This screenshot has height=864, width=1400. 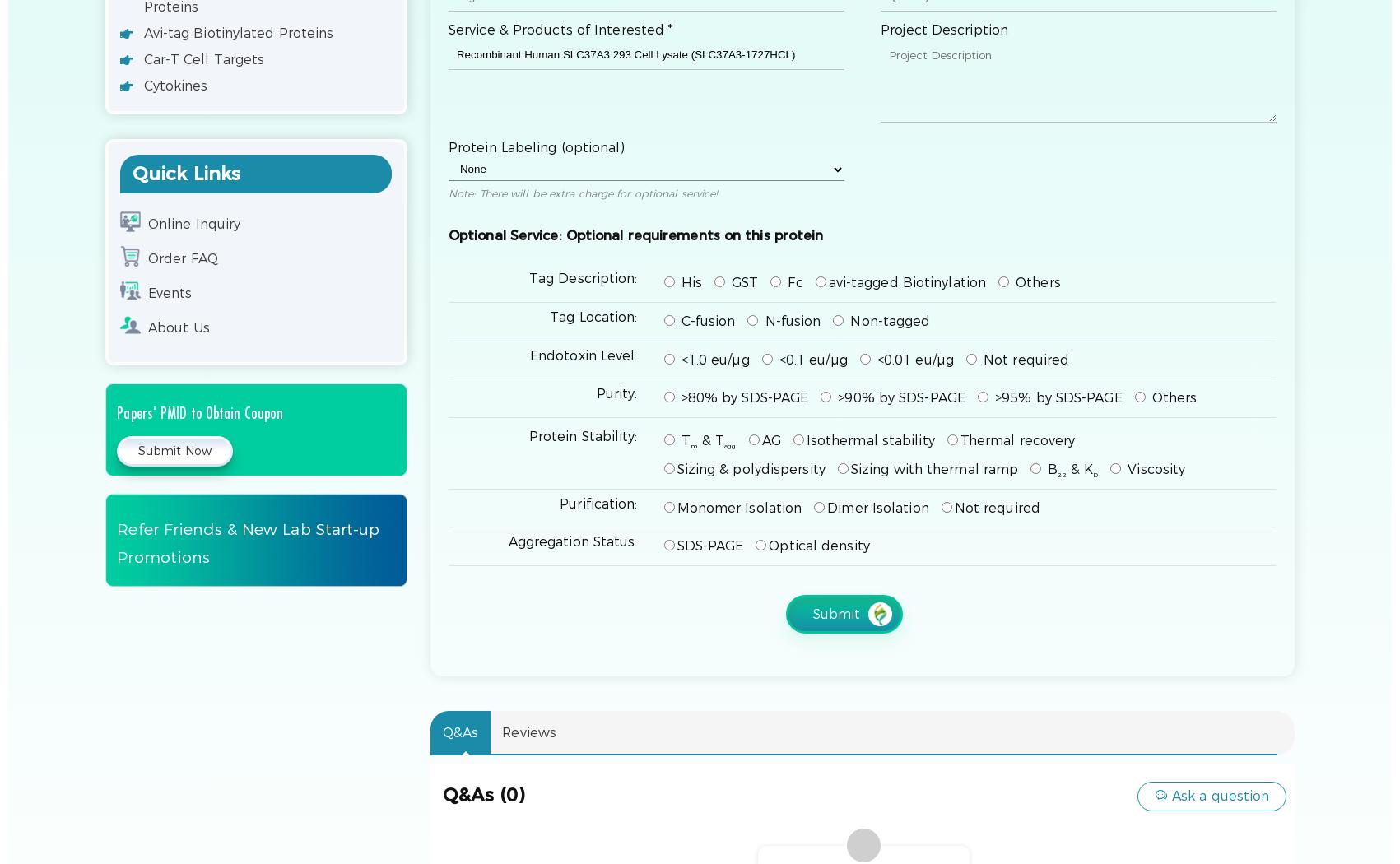 What do you see at coordinates (887, 320) in the screenshot?
I see `'Non-tagged'` at bounding box center [887, 320].